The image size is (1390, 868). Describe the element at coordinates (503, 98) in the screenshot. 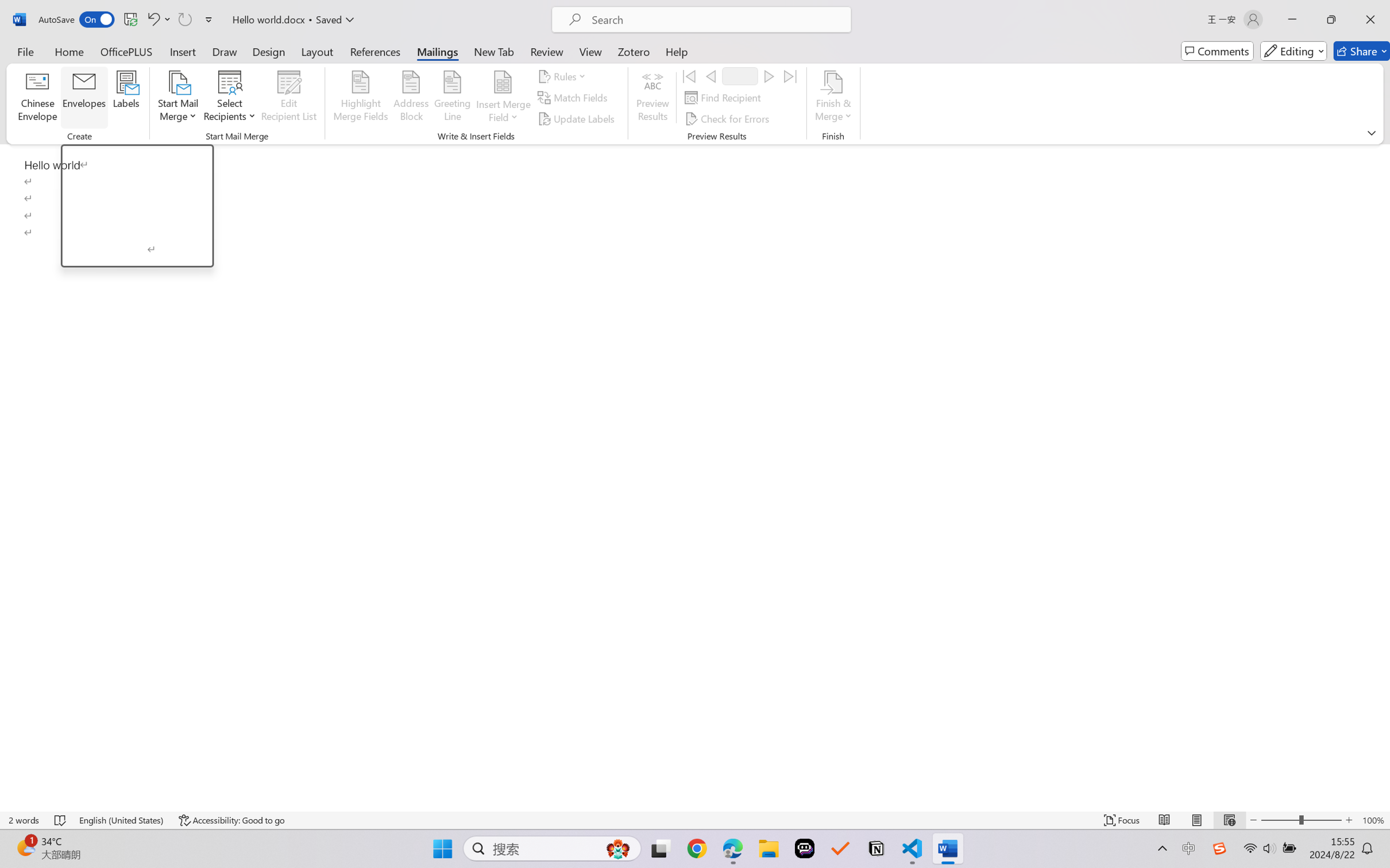

I see `'Insert Merge Field'` at that location.